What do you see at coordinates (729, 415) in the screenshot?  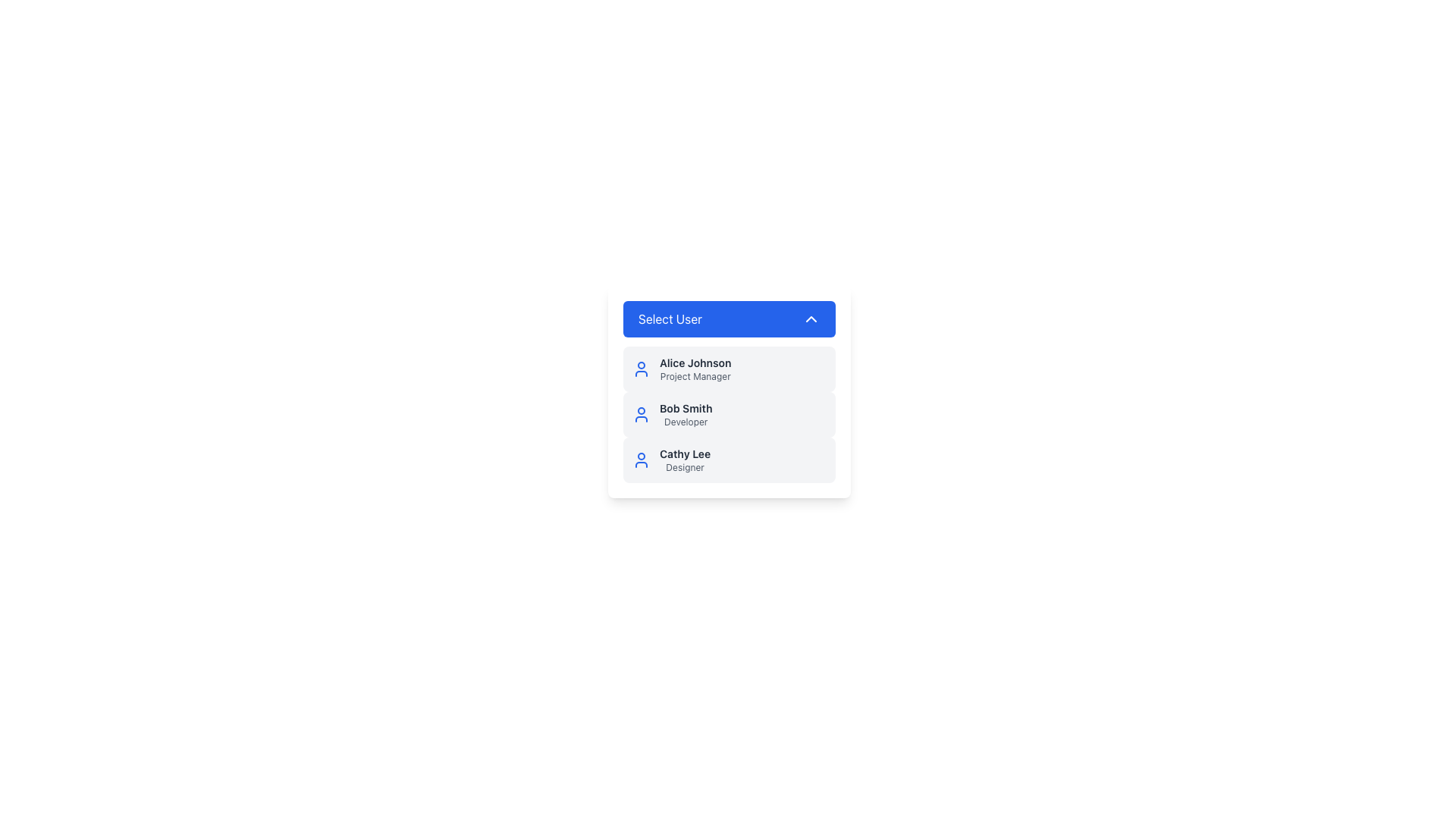 I see `the user profile list item displaying the name 'Bob Smith'` at bounding box center [729, 415].